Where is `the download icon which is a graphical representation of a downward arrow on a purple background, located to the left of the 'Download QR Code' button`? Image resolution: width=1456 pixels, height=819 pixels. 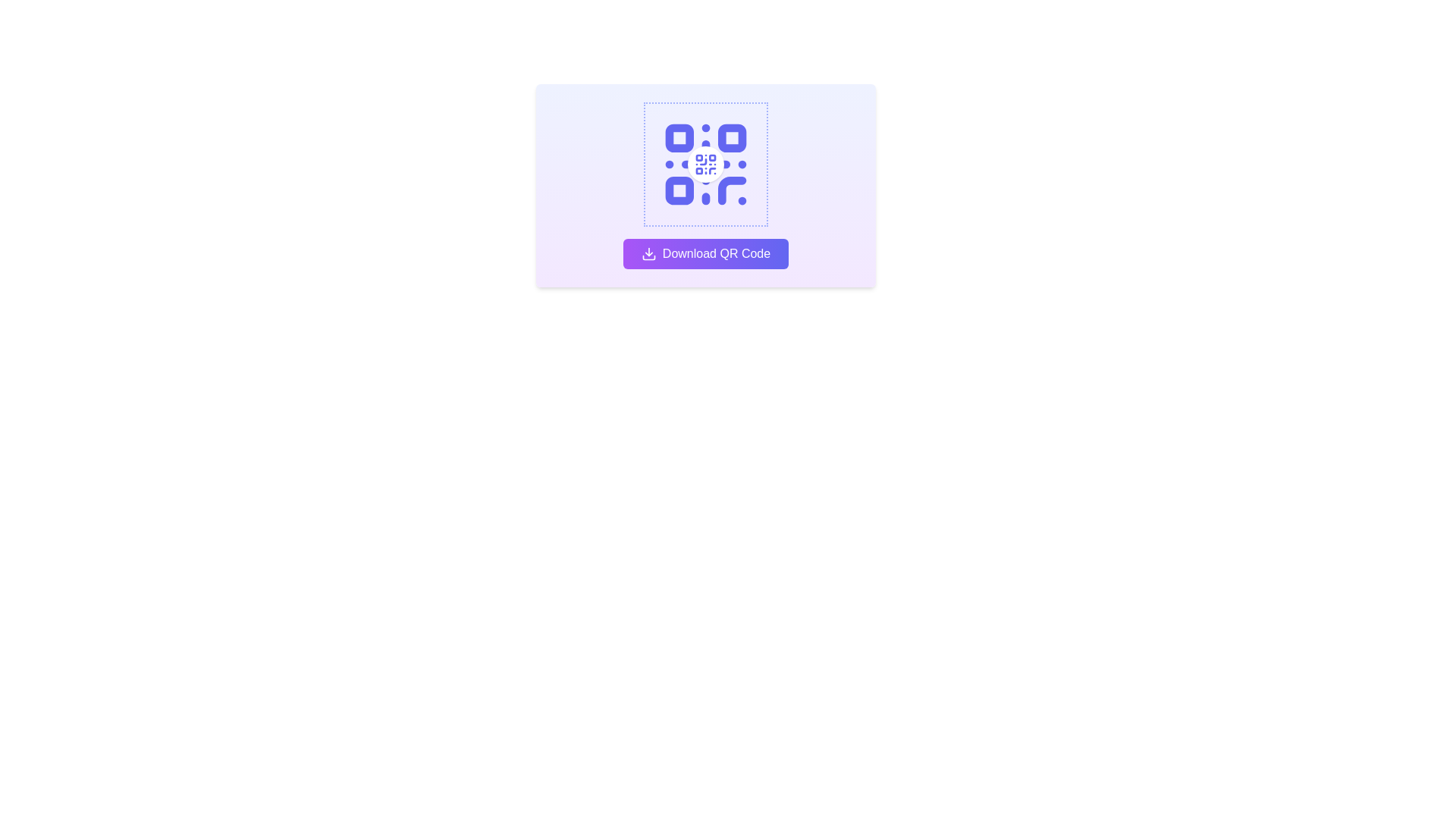
the download icon which is a graphical representation of a downward arrow on a purple background, located to the left of the 'Download QR Code' button is located at coordinates (648, 253).